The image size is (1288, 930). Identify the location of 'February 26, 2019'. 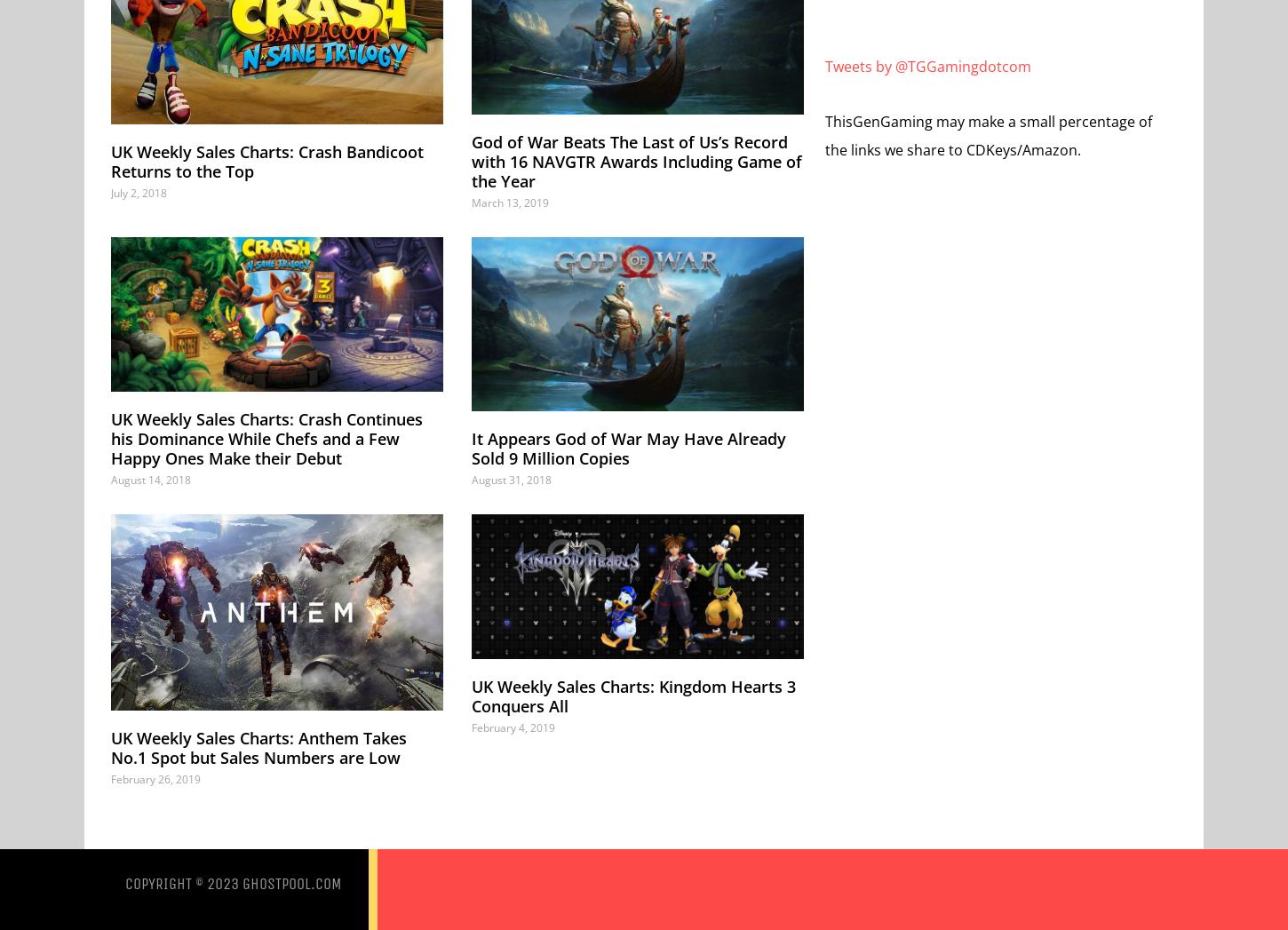
(155, 778).